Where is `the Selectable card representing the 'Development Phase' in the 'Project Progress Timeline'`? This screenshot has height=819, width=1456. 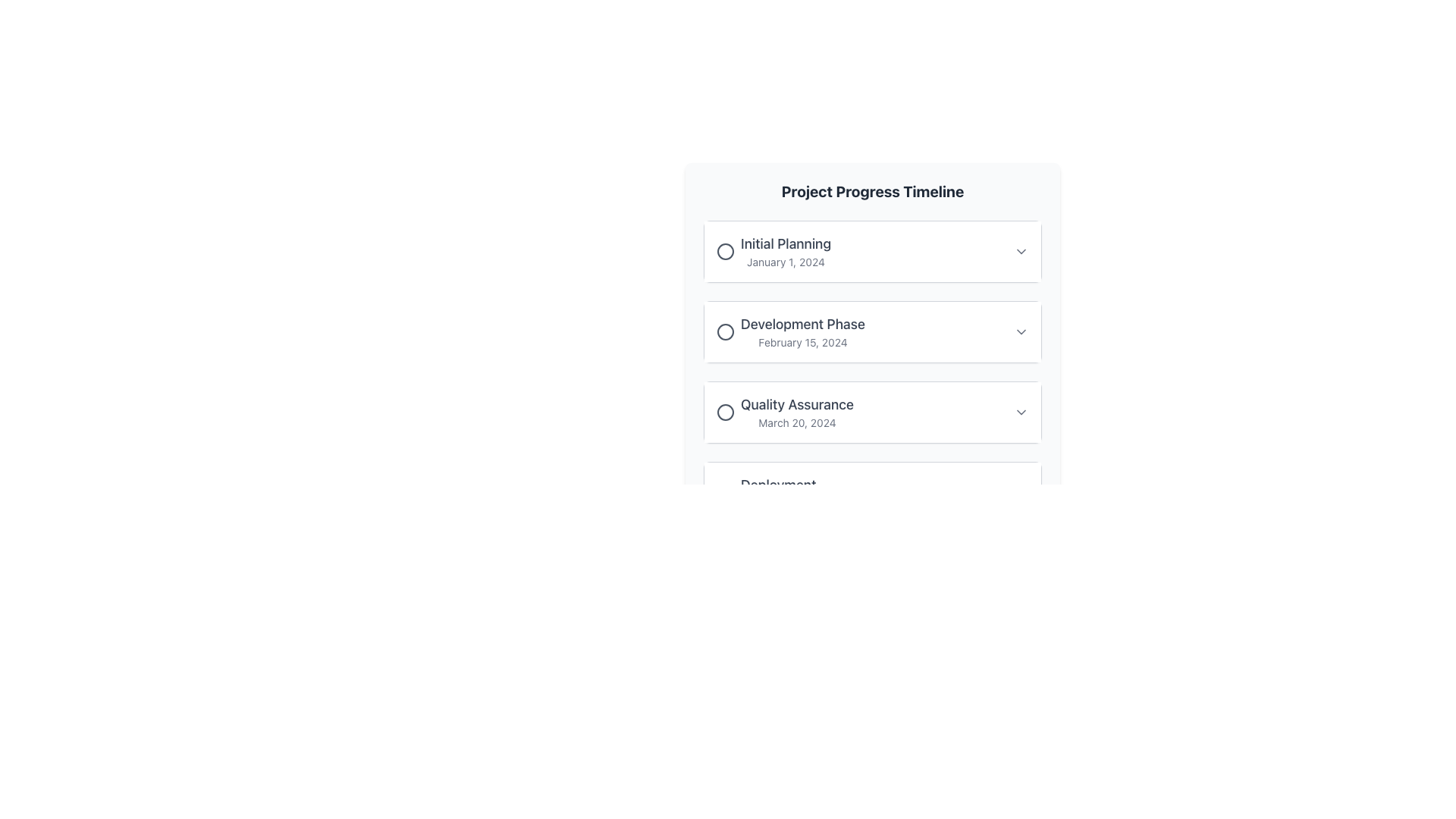 the Selectable card representing the 'Development Phase' in the 'Project Progress Timeline' is located at coordinates (873, 331).